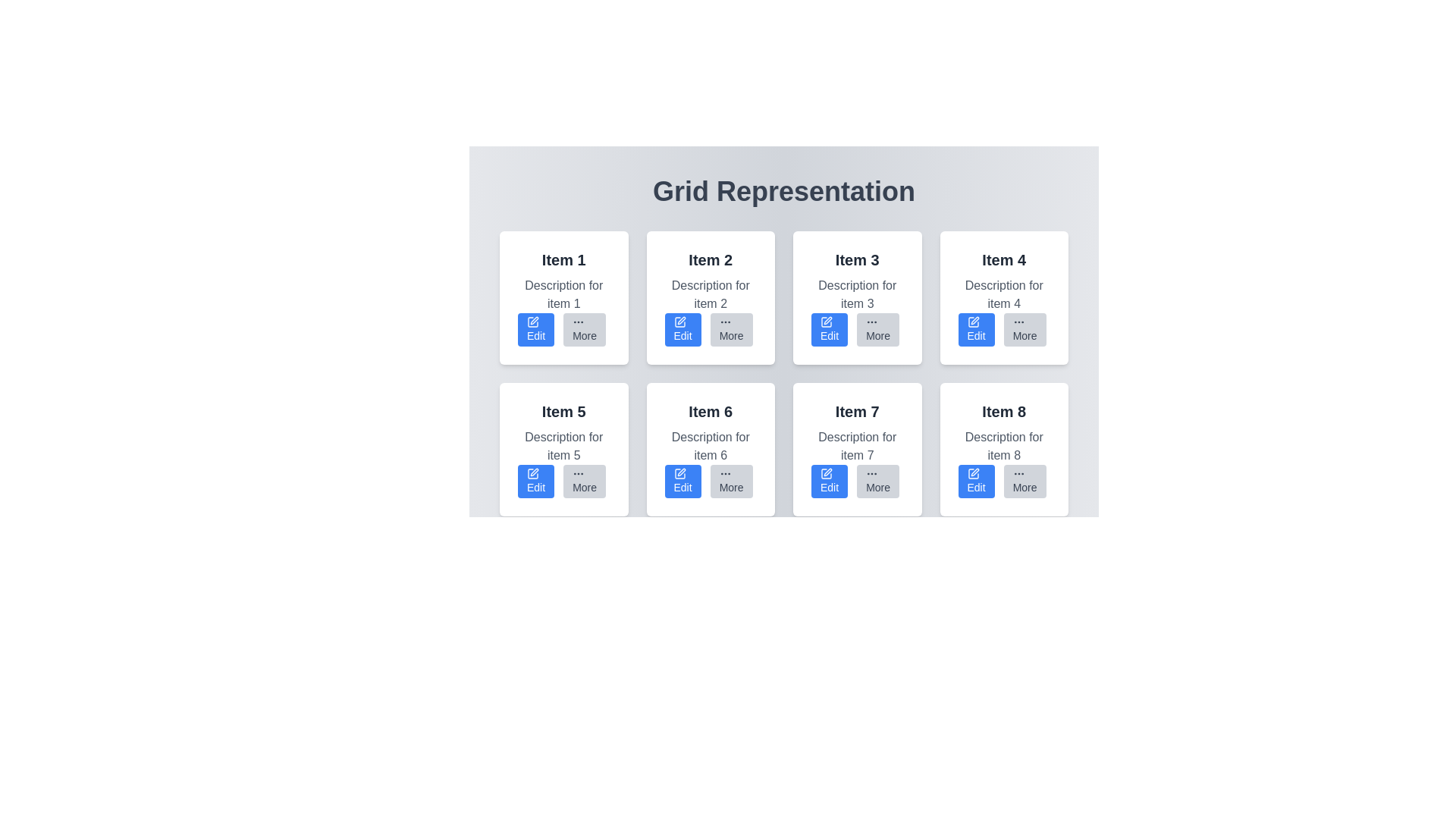  What do you see at coordinates (563, 412) in the screenshot?
I see `the prominently styled text element reading 'Item 5', which is displayed in bold and larger font size, located at the top of the fifth card in a grid layout` at bounding box center [563, 412].